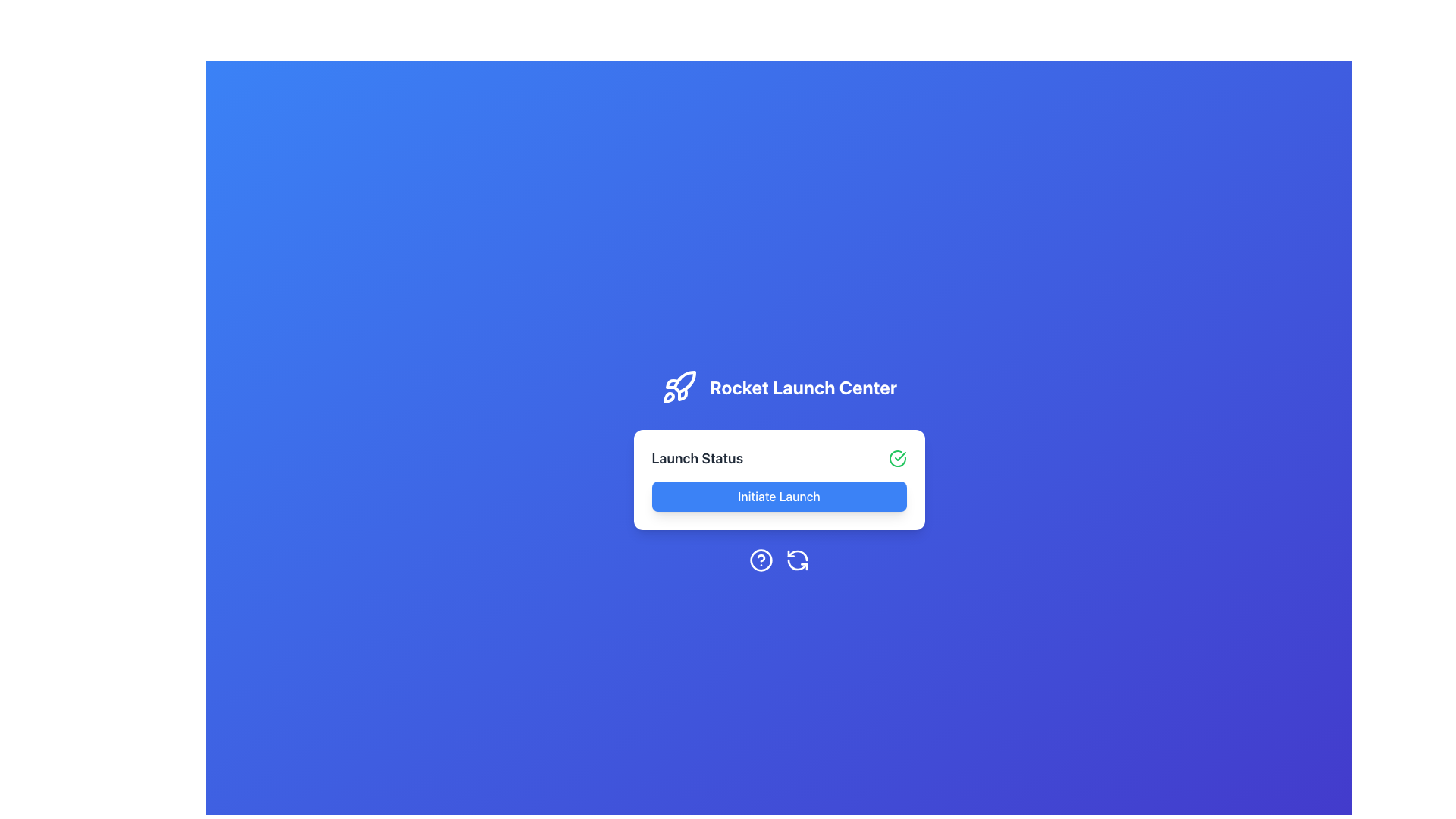  I want to click on the decorative rocket launch icon located to the left of the text 'Rocket Launch Center' near the top center of the interface, so click(679, 386).